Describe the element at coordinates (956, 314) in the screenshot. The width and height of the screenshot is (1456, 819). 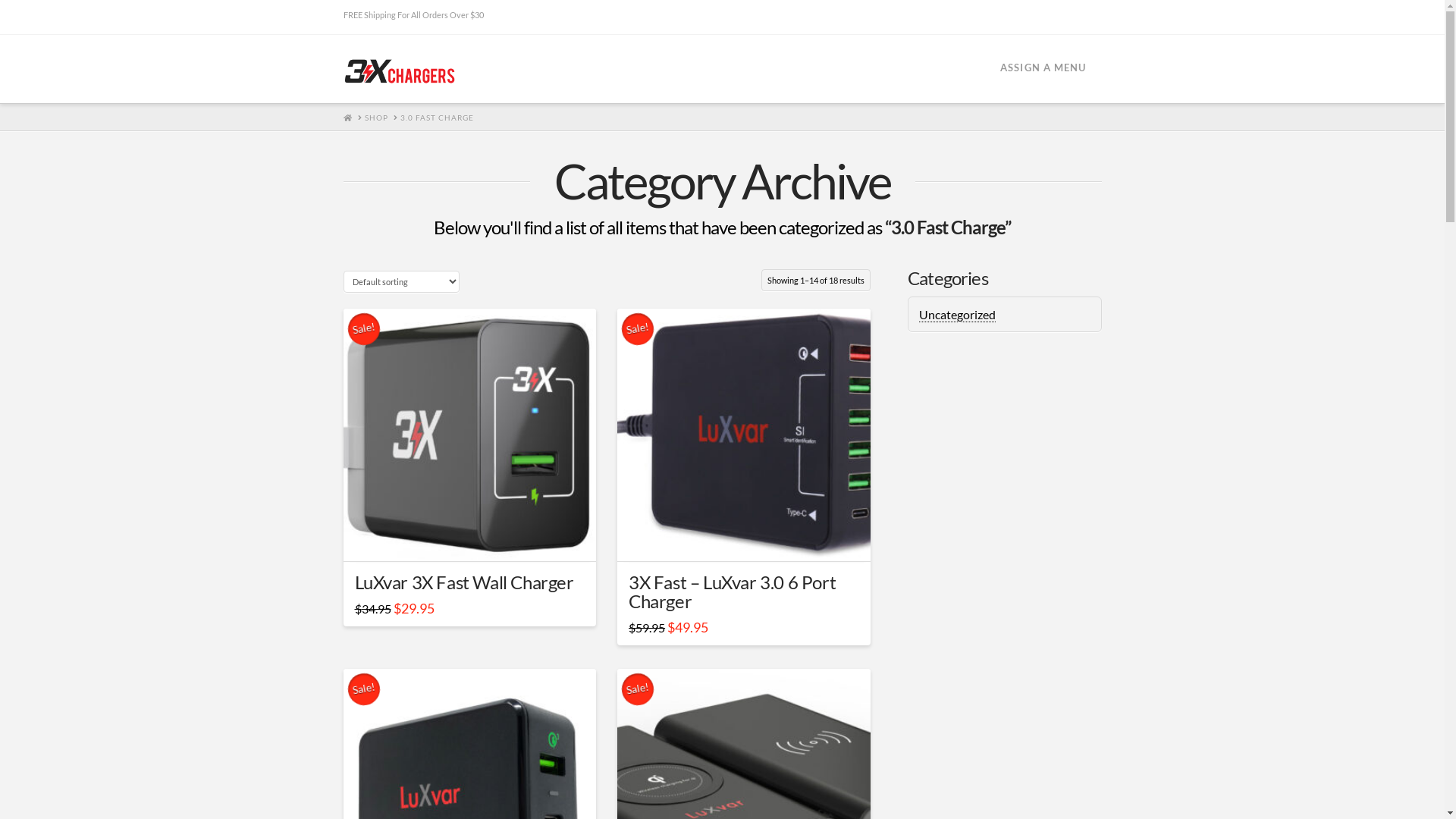
I see `'Uncategorized'` at that location.